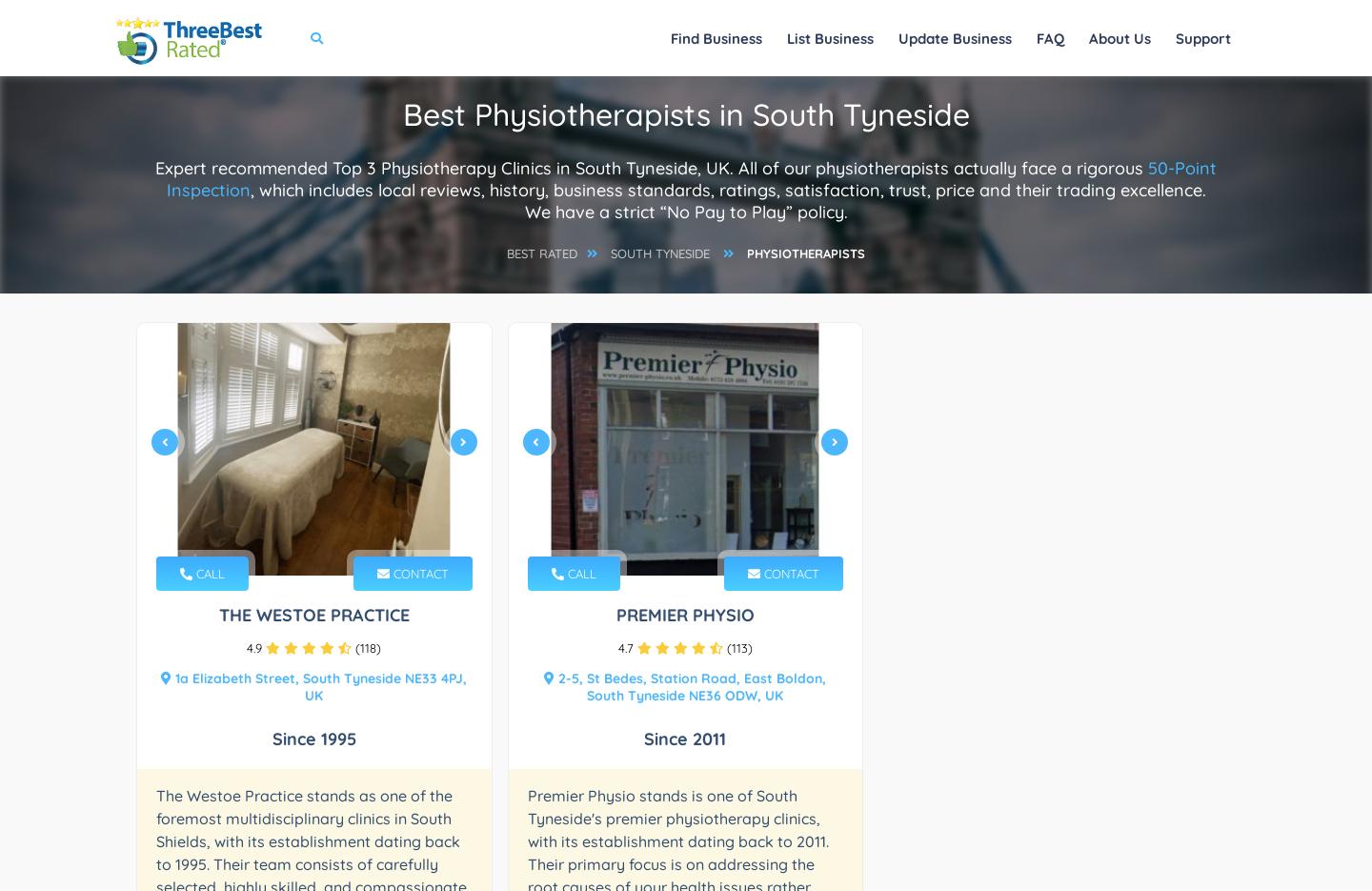  Describe the element at coordinates (689, 685) in the screenshot. I see `'2-5, St Bedes, Station Road, East Boldon, South Tyneside NE36 ODW, UK'` at that location.